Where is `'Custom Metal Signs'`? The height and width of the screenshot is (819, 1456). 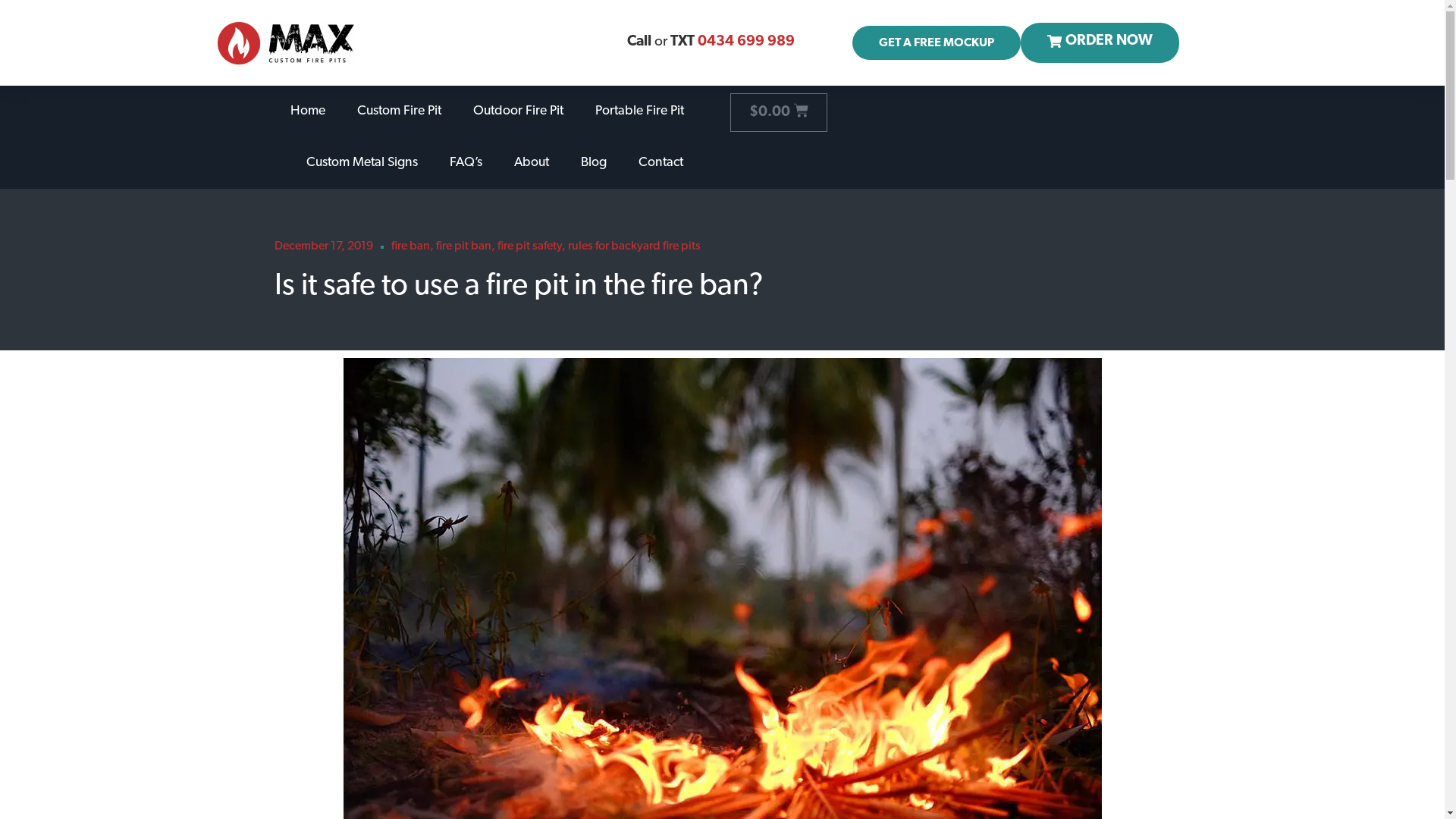 'Custom Metal Signs' is located at coordinates (361, 163).